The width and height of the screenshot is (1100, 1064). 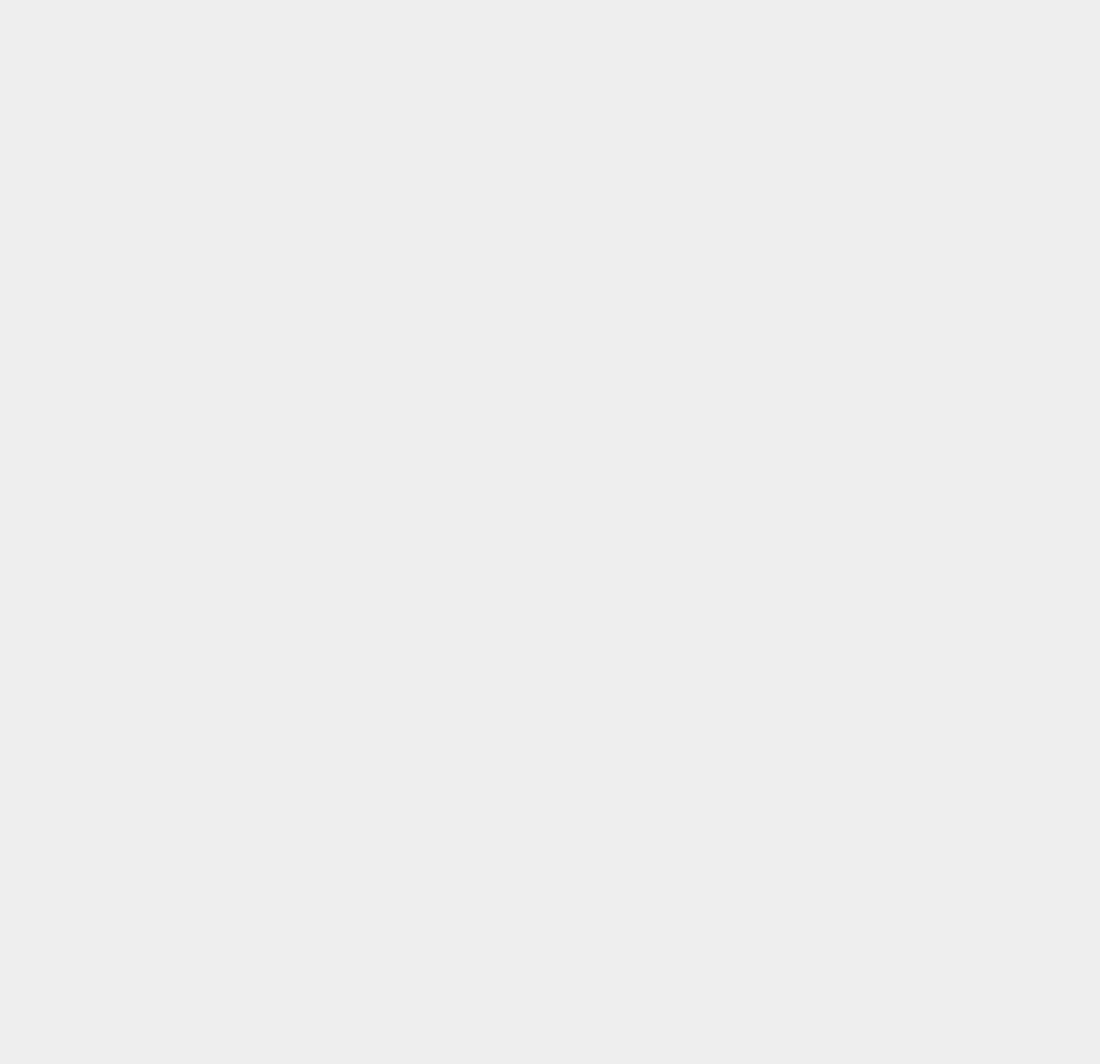 What do you see at coordinates (817, 507) in the screenshot?
I see `'Google Apps'` at bounding box center [817, 507].